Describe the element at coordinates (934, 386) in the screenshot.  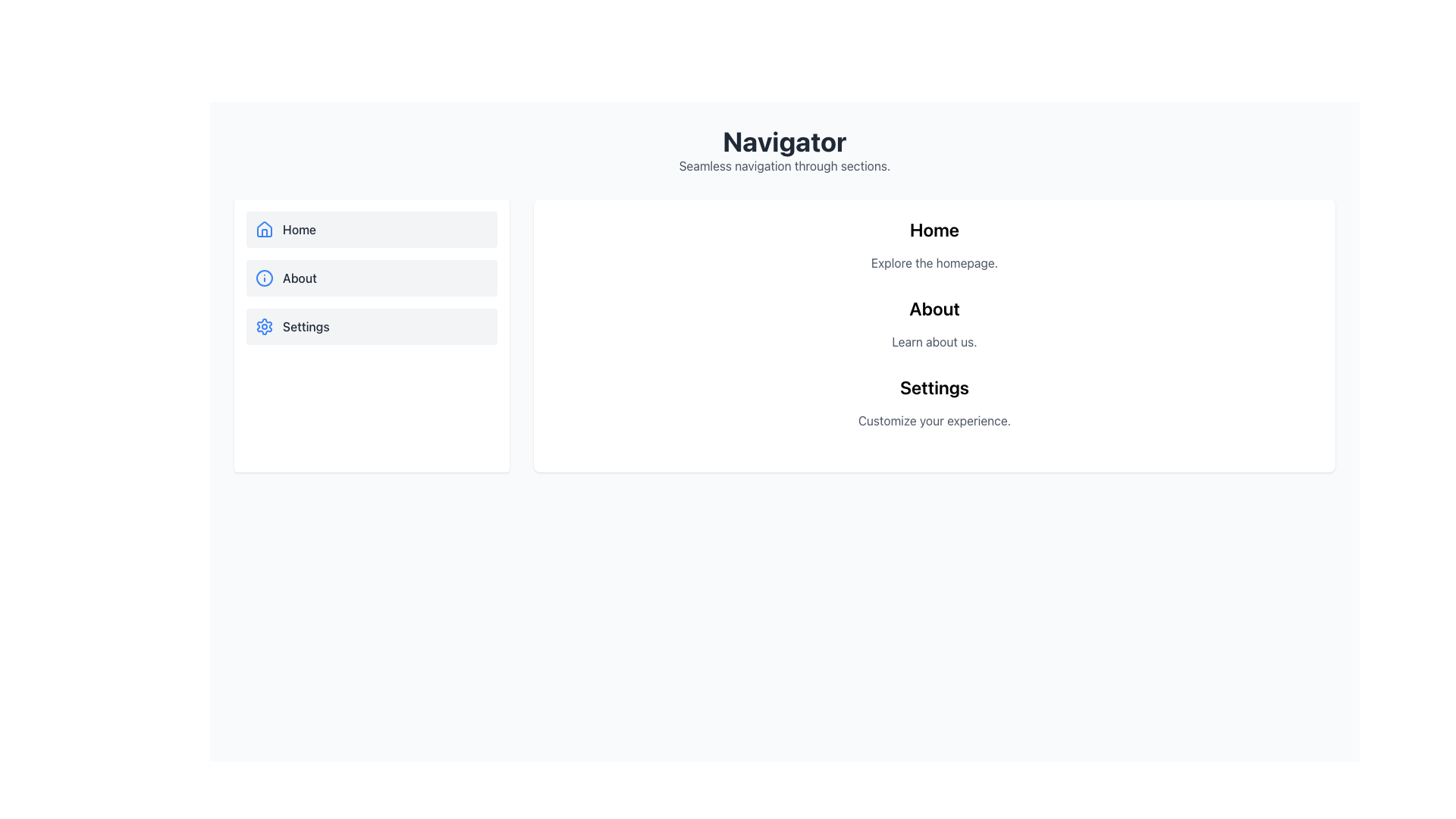
I see `text of the 'Settings' header located centrally in the right panel under the 'Navigator' header block` at that location.